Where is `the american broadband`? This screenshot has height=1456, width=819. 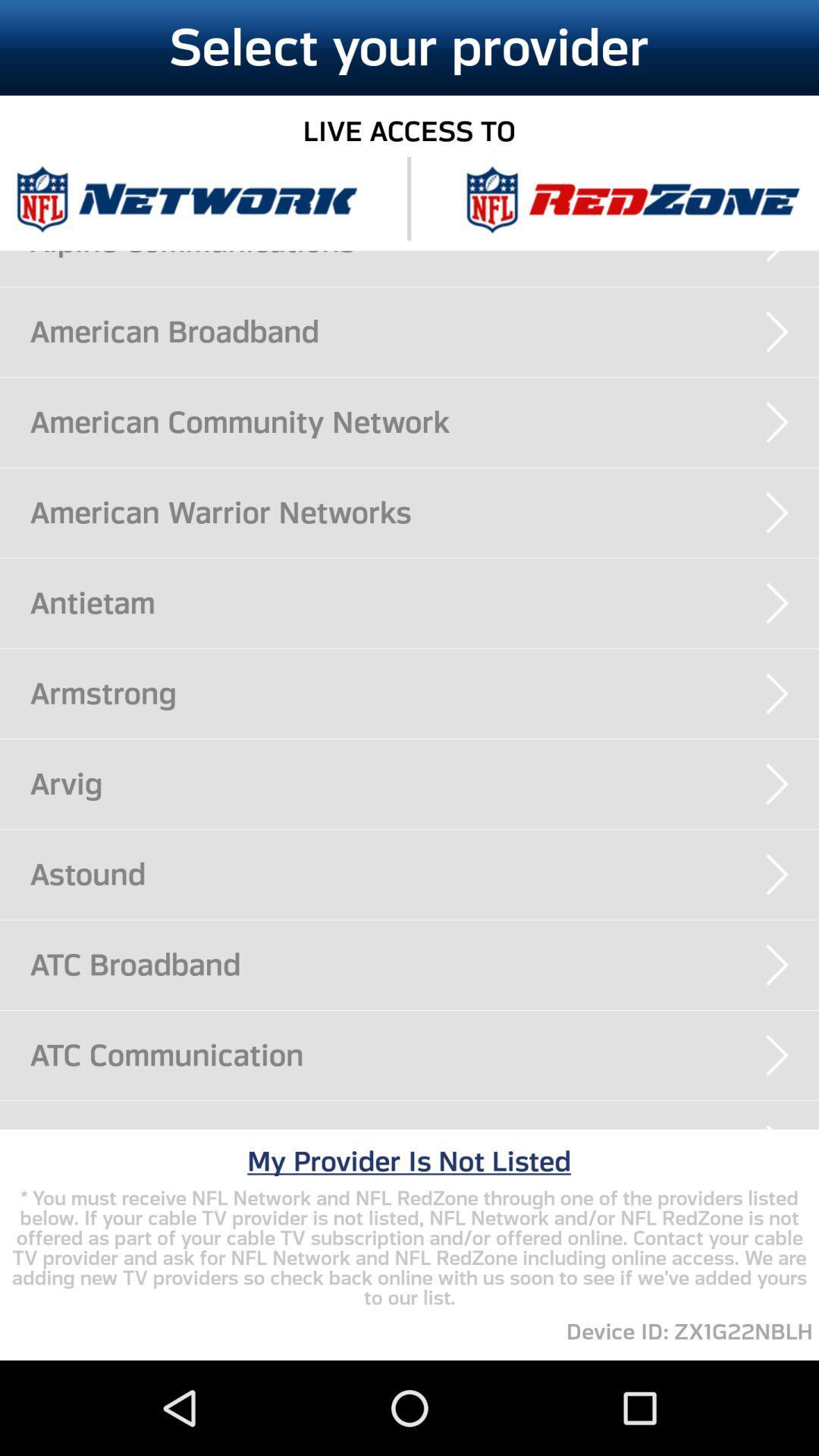
the american broadband is located at coordinates (424, 331).